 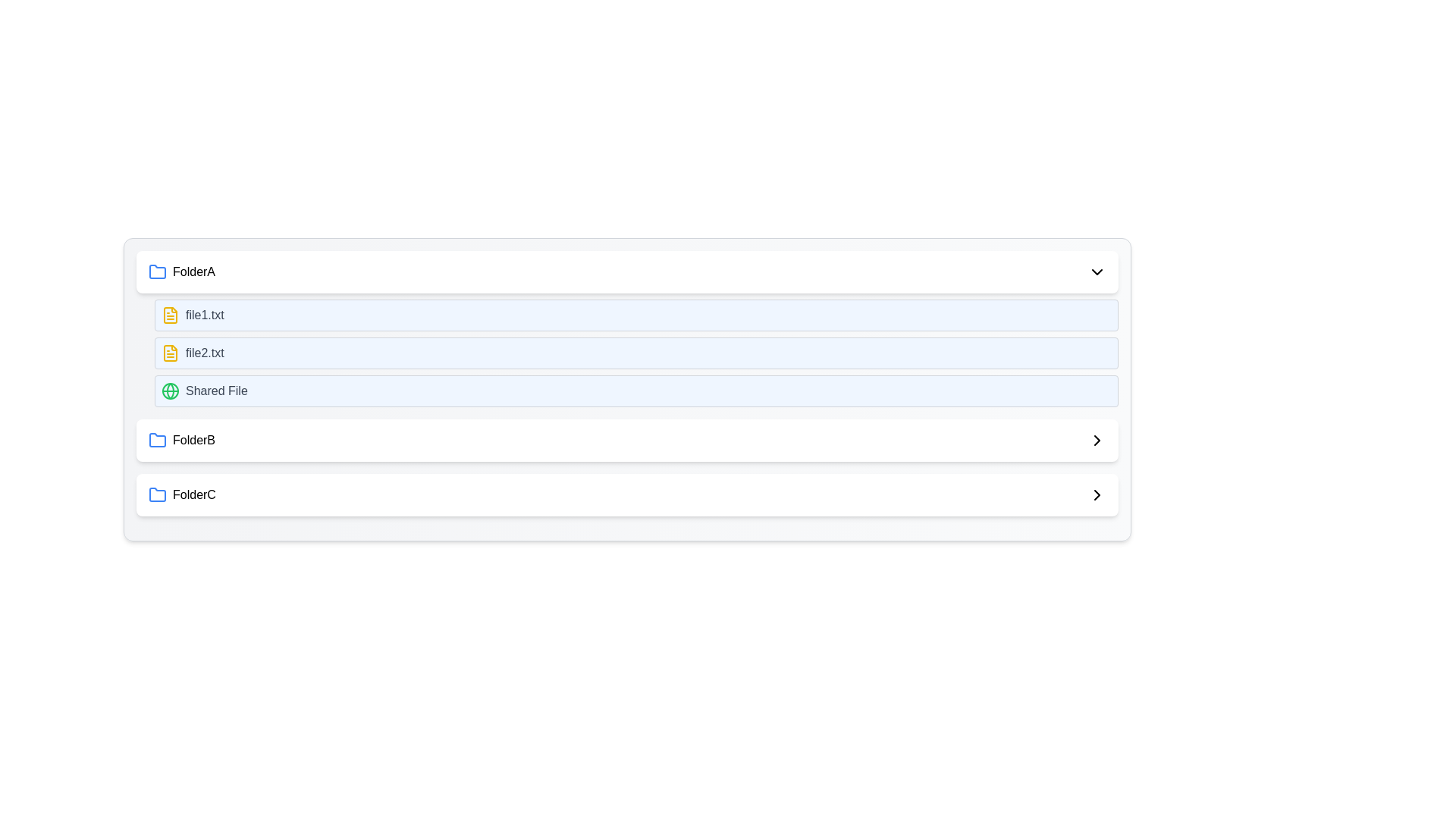 I want to click on the text label representing the first file entry under 'FolderA', which is located next to a yellow file icon, so click(x=204, y=315).